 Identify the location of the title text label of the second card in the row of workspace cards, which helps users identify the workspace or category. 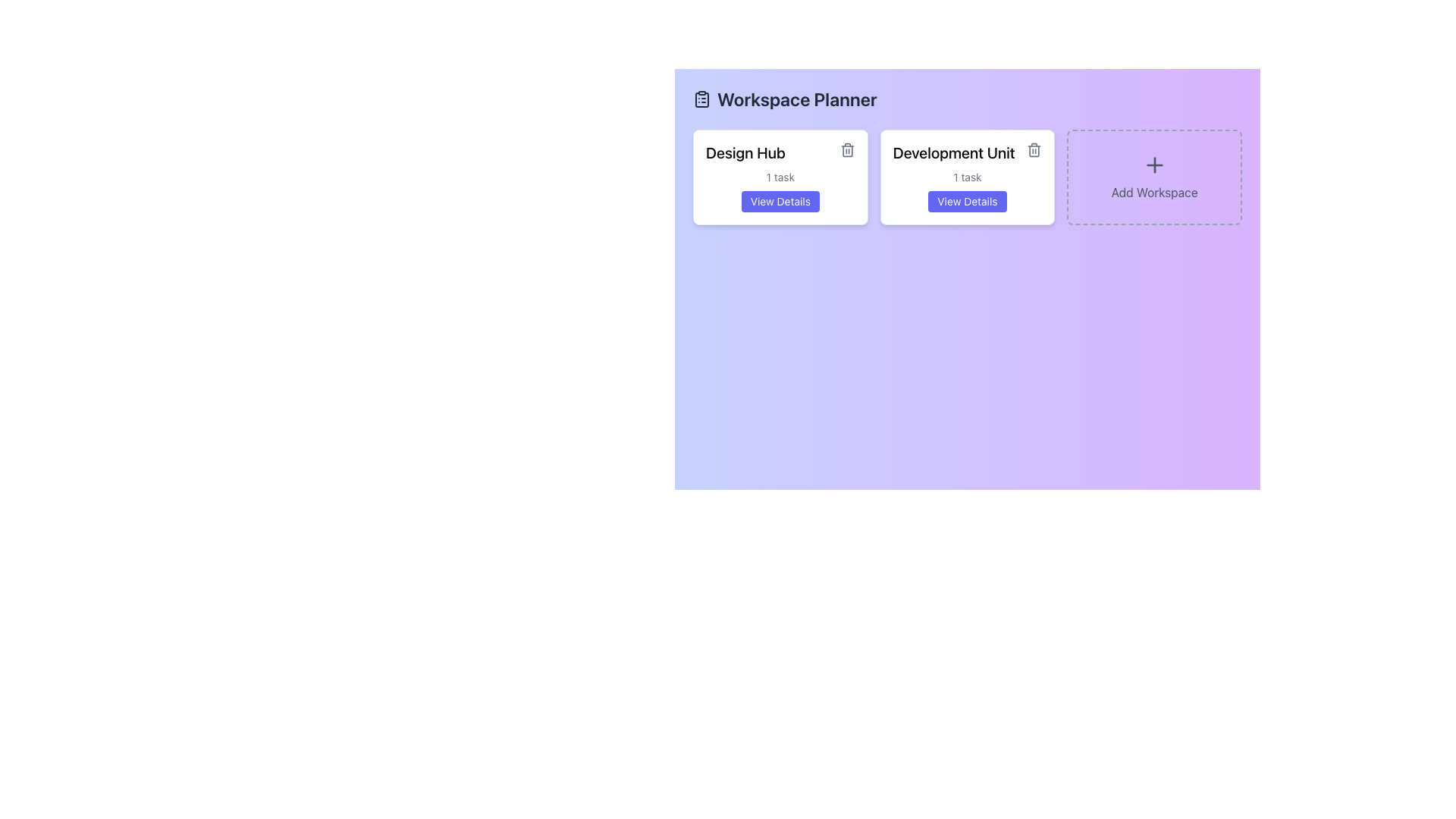
(953, 152).